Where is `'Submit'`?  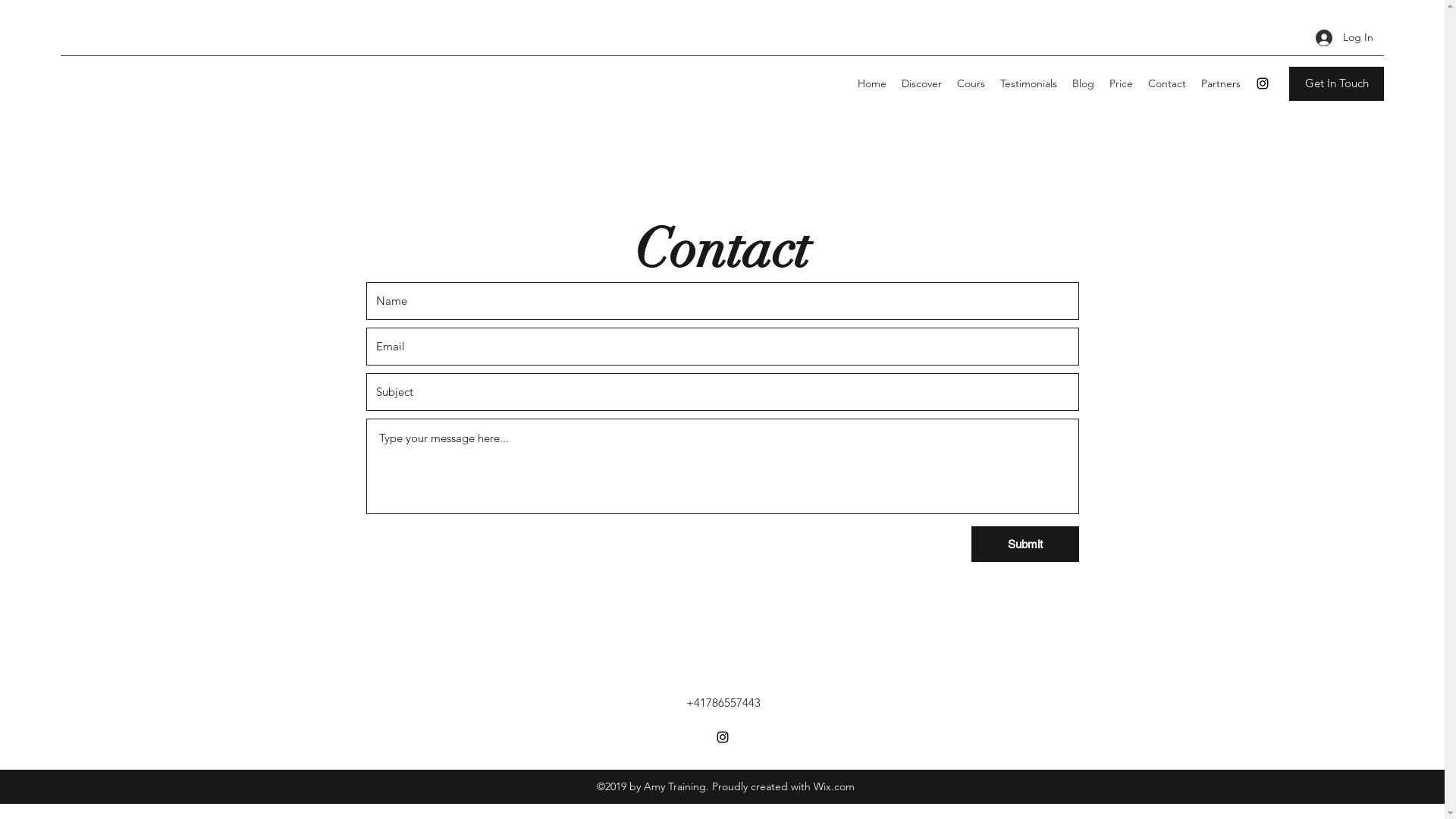 'Submit' is located at coordinates (1024, 543).